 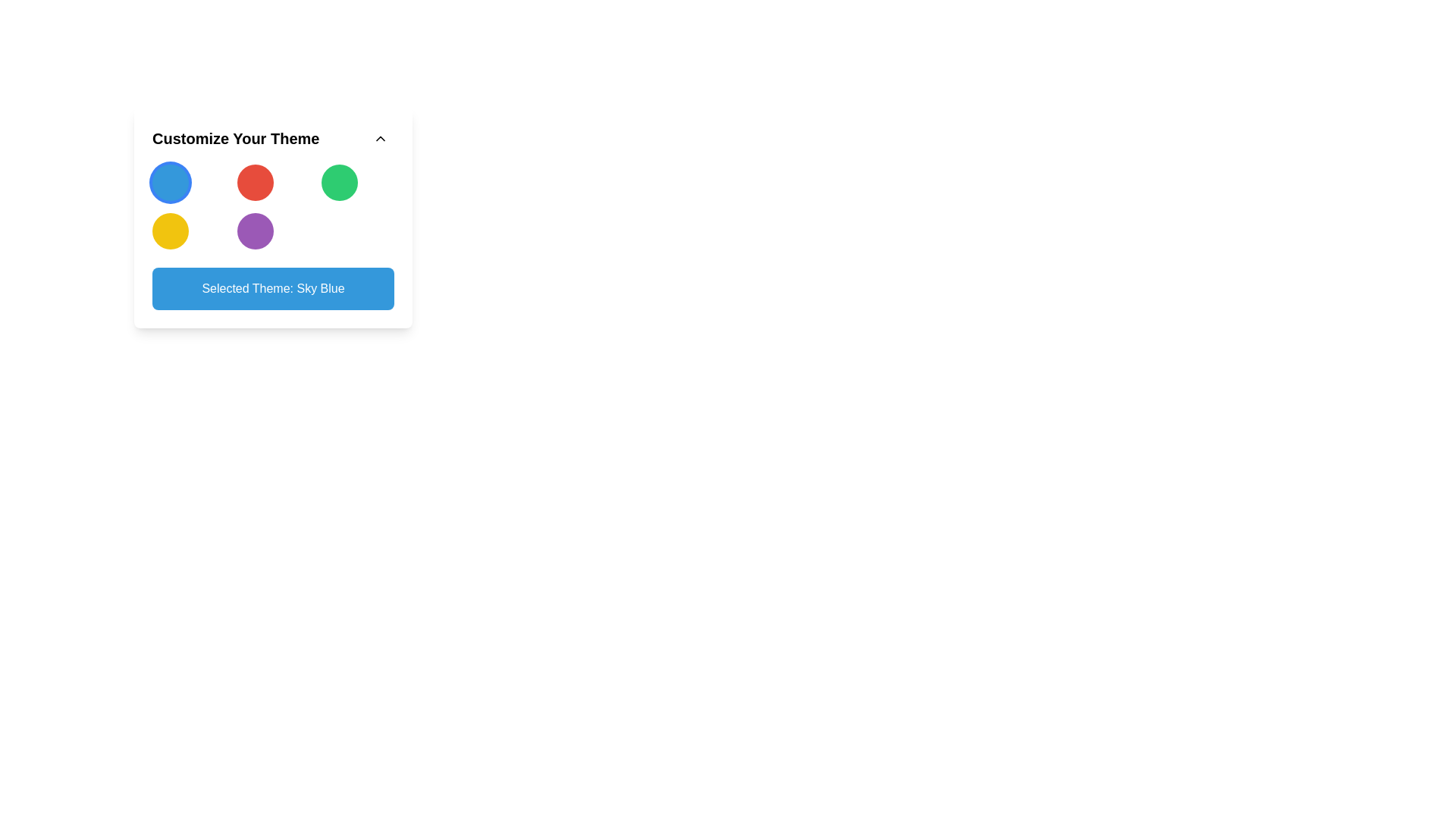 I want to click on the 'Golden Yellow' theme selection button located in the first column of the second row within the 'Customize Your Theme' grid of buttons, so click(x=171, y=231).